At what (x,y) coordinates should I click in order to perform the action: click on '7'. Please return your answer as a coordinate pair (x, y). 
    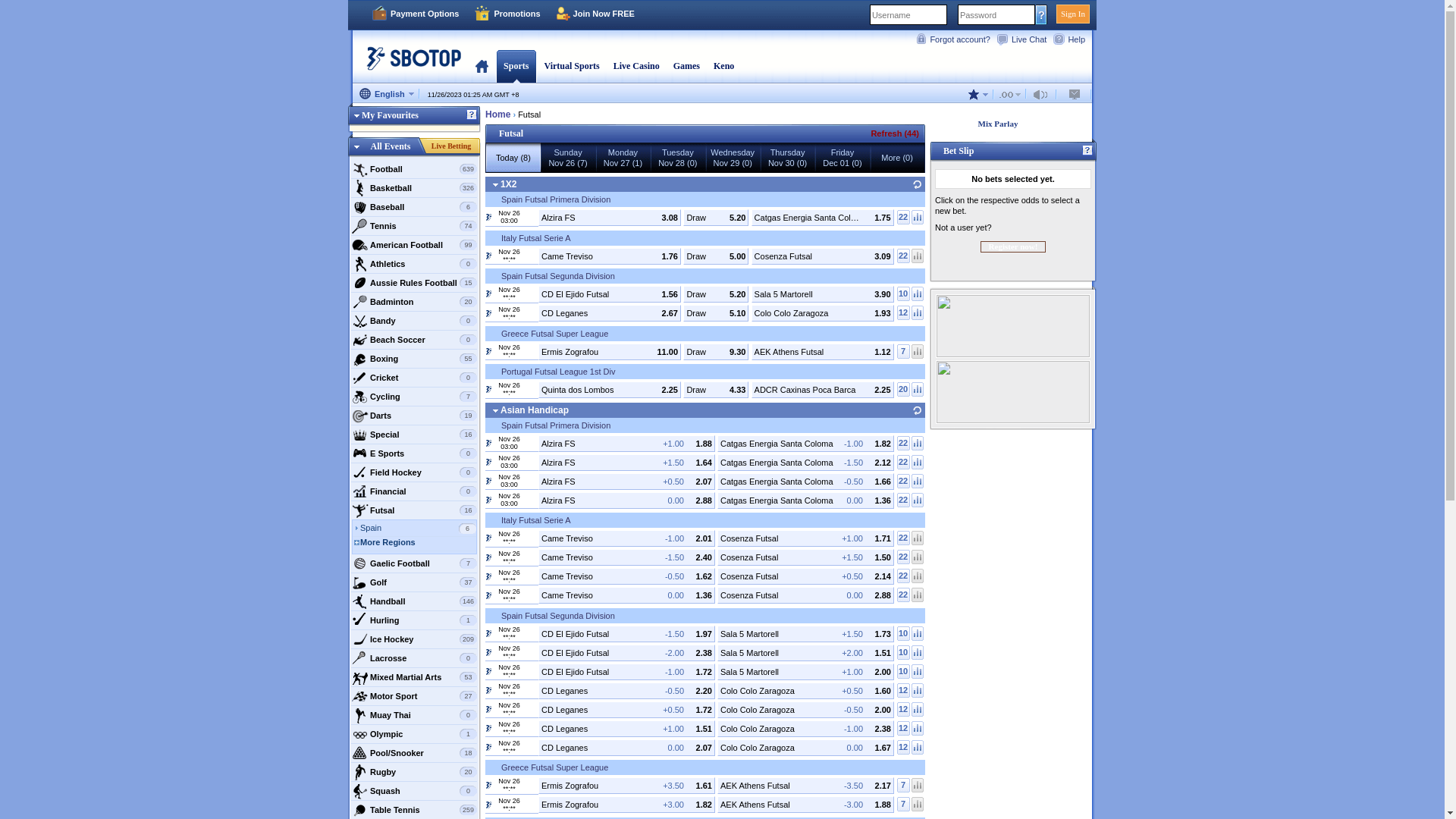
    Looking at the image, I should click on (903, 803).